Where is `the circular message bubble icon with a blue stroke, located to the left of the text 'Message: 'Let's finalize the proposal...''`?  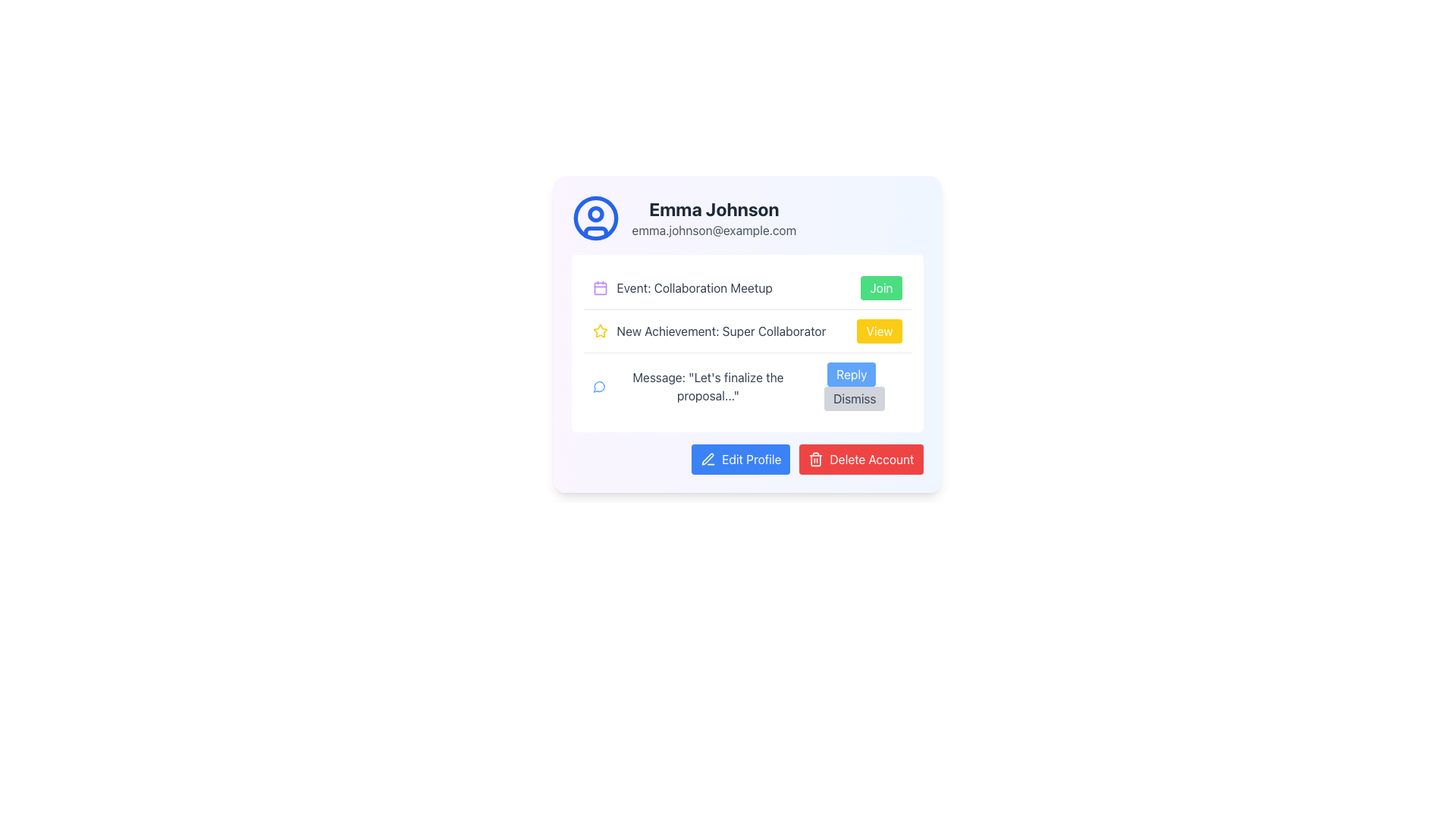
the circular message bubble icon with a blue stroke, located to the left of the text 'Message: 'Let's finalize the proposal...'' is located at coordinates (598, 385).